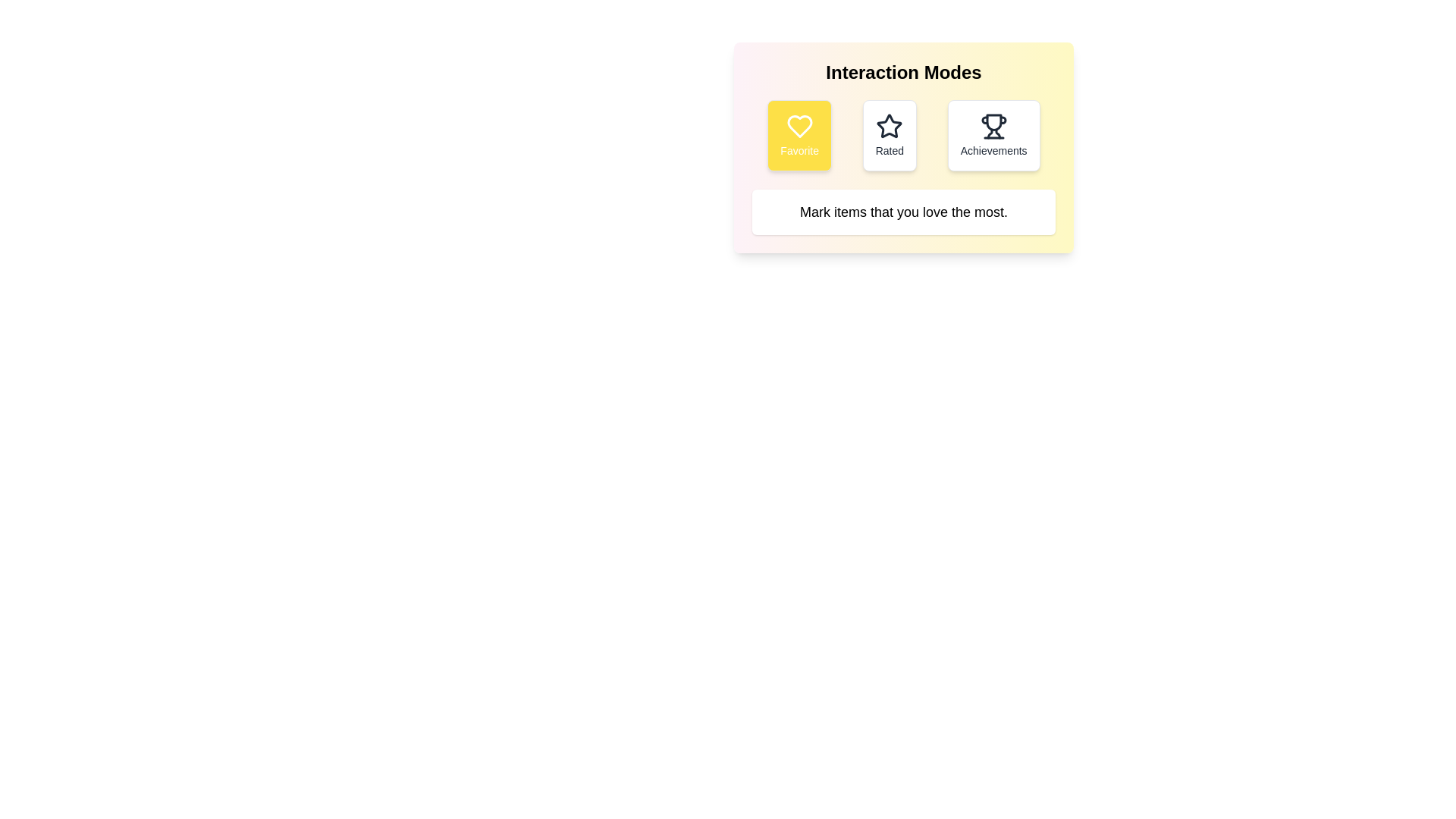 This screenshot has height=819, width=1456. What do you see at coordinates (799, 134) in the screenshot?
I see `the Favorite button to select the corresponding mode` at bounding box center [799, 134].